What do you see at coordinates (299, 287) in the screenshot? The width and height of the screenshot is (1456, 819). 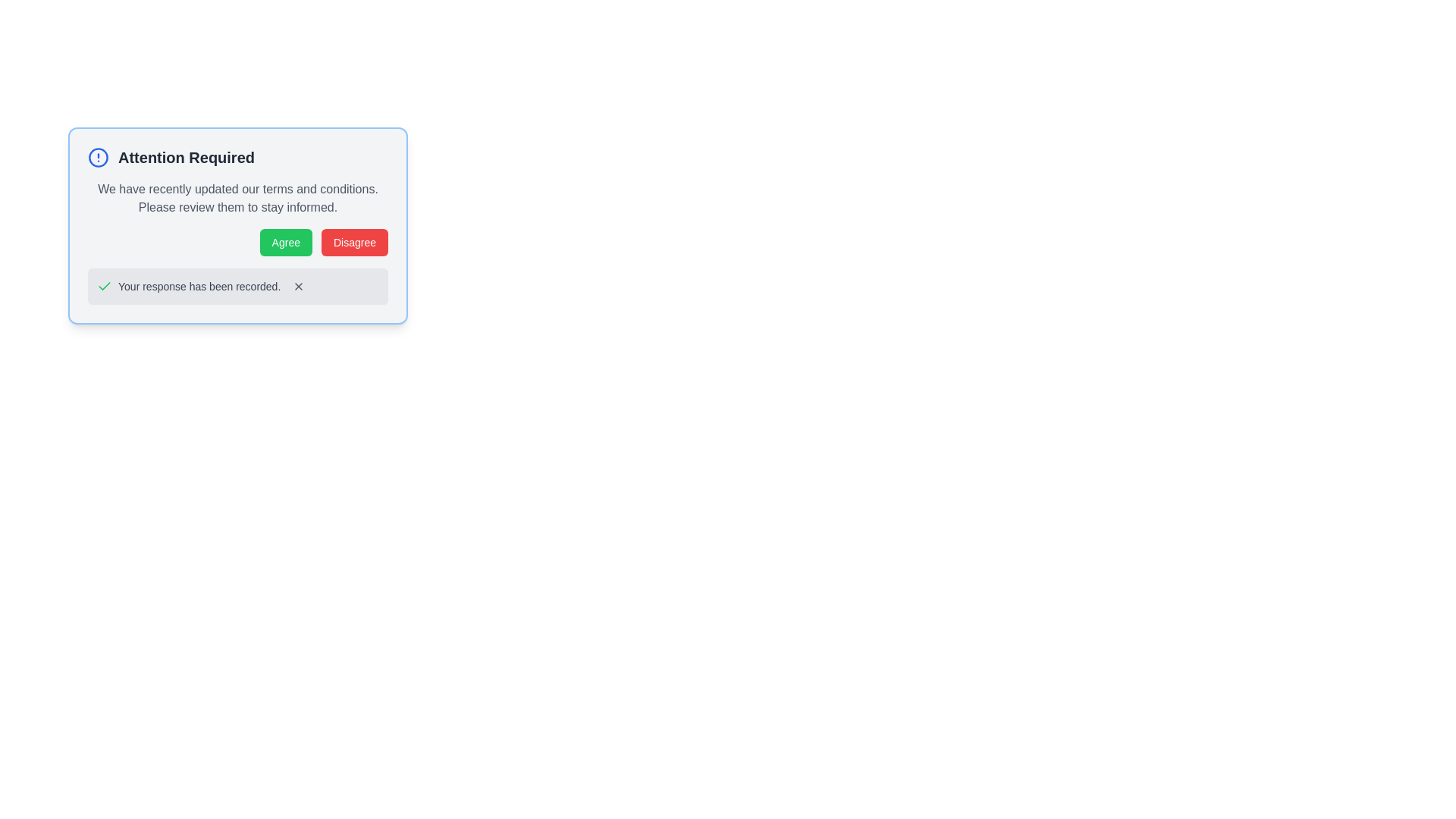 I see `the small 'X' icon button located in the bottom-right corner of the notification popup` at bounding box center [299, 287].